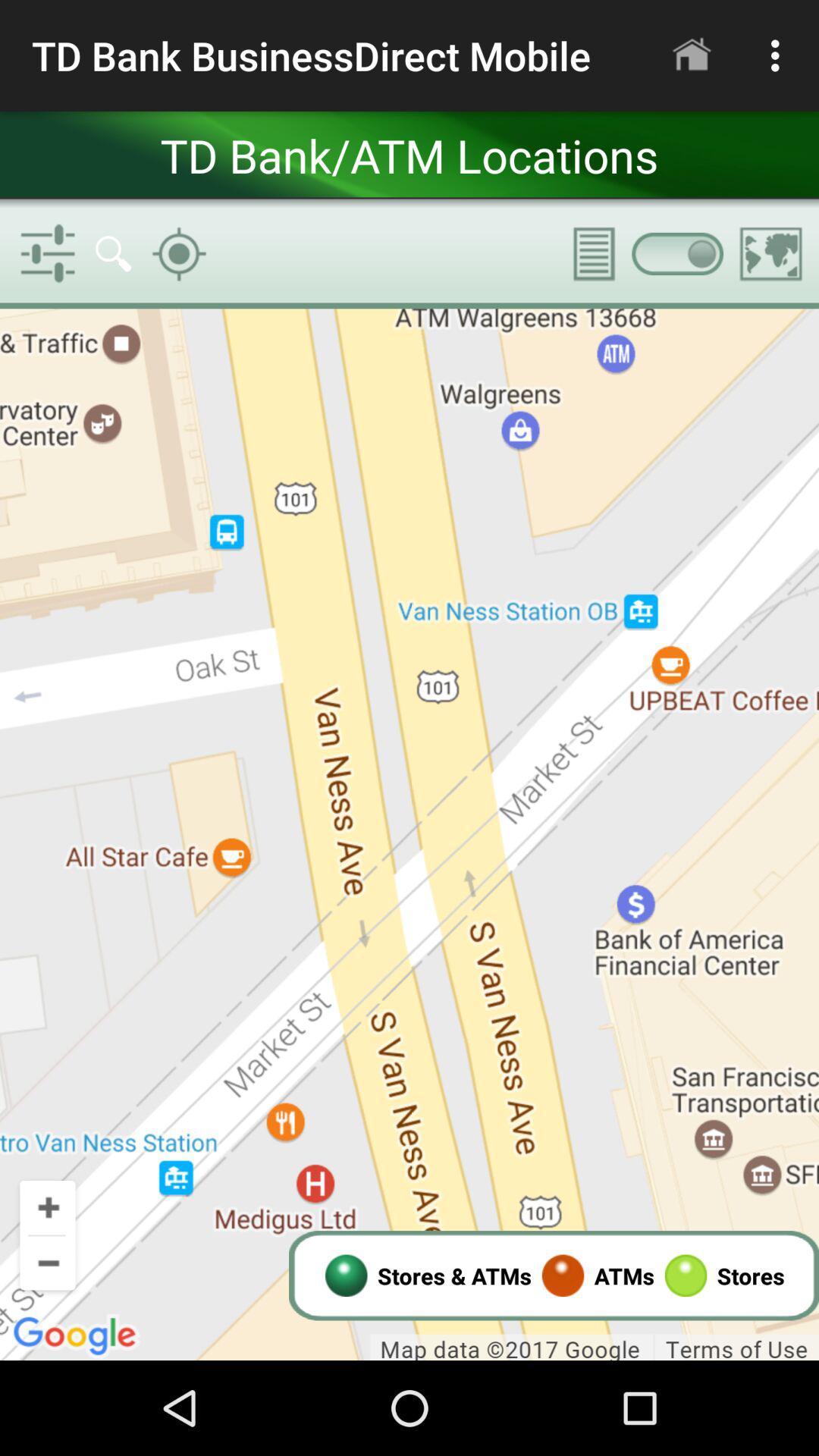 Image resolution: width=819 pixels, height=1456 pixels. Describe the element at coordinates (779, 55) in the screenshot. I see `more option which is on the top right corner of the page` at that location.